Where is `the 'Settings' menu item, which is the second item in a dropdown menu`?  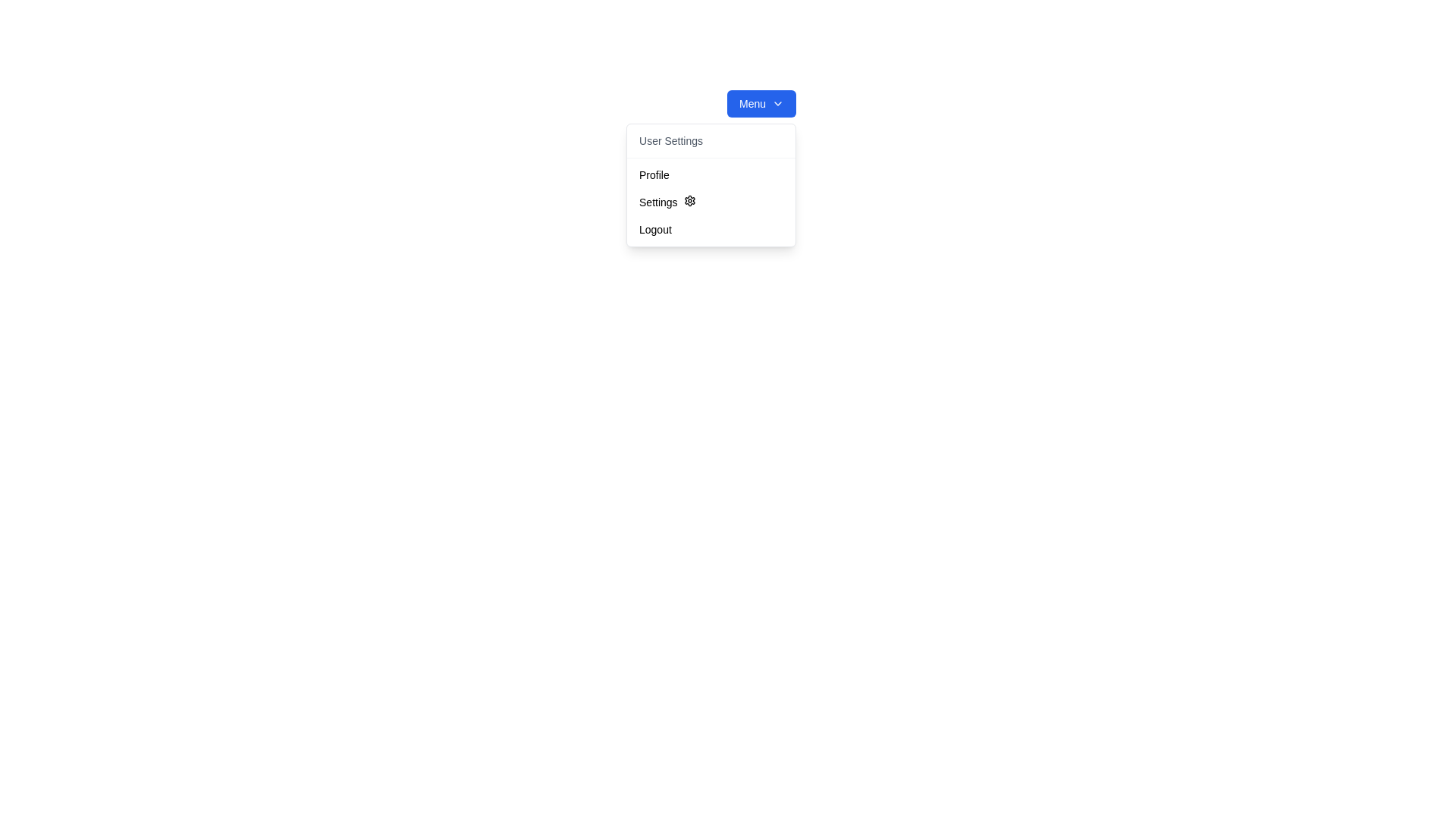 the 'Settings' menu item, which is the second item in a dropdown menu is located at coordinates (710, 201).